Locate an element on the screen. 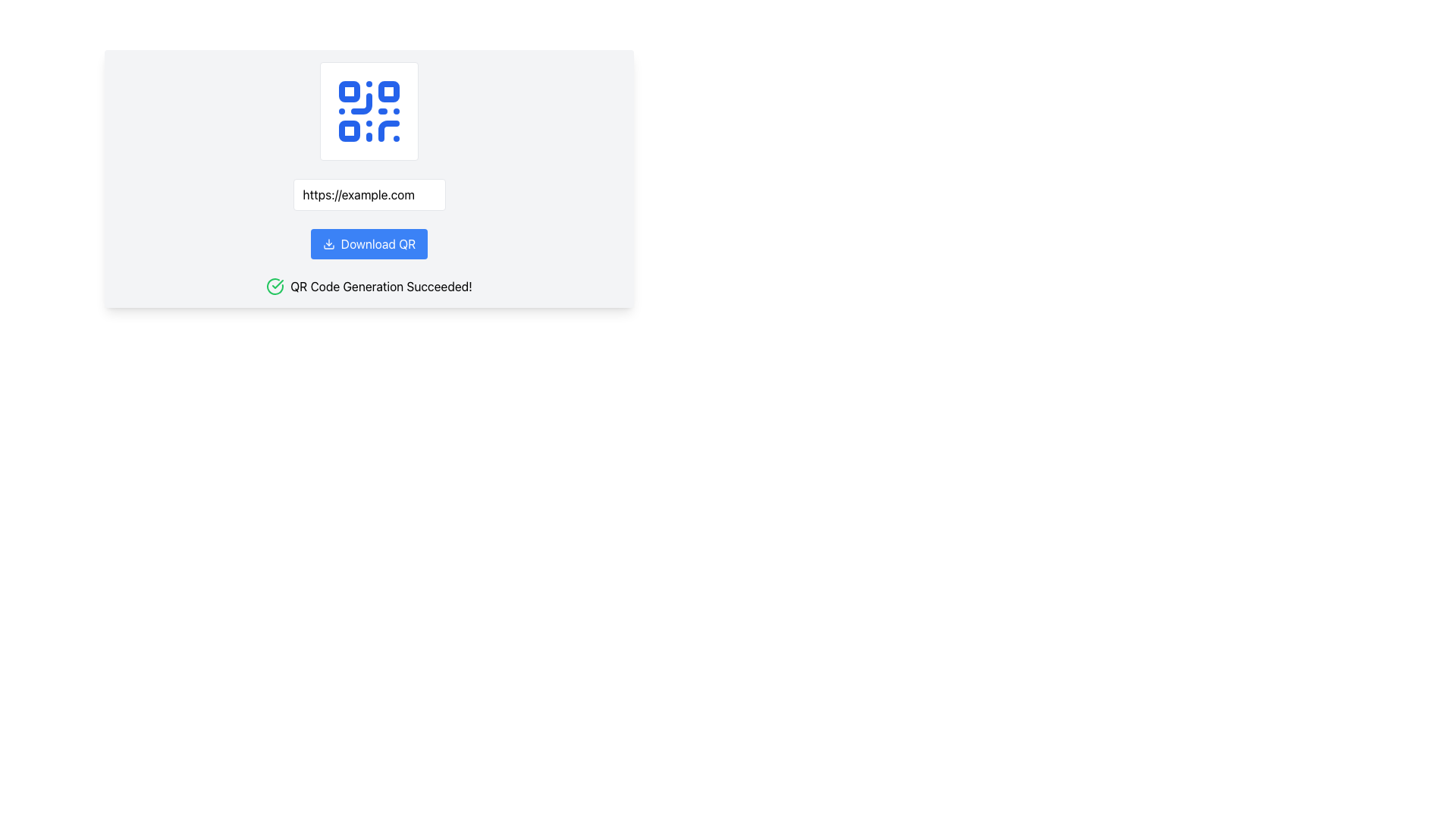 Image resolution: width=1456 pixels, height=819 pixels. text content of the button that triggers the download of a QR code, positioned centrally below the URL input field is located at coordinates (378, 243).